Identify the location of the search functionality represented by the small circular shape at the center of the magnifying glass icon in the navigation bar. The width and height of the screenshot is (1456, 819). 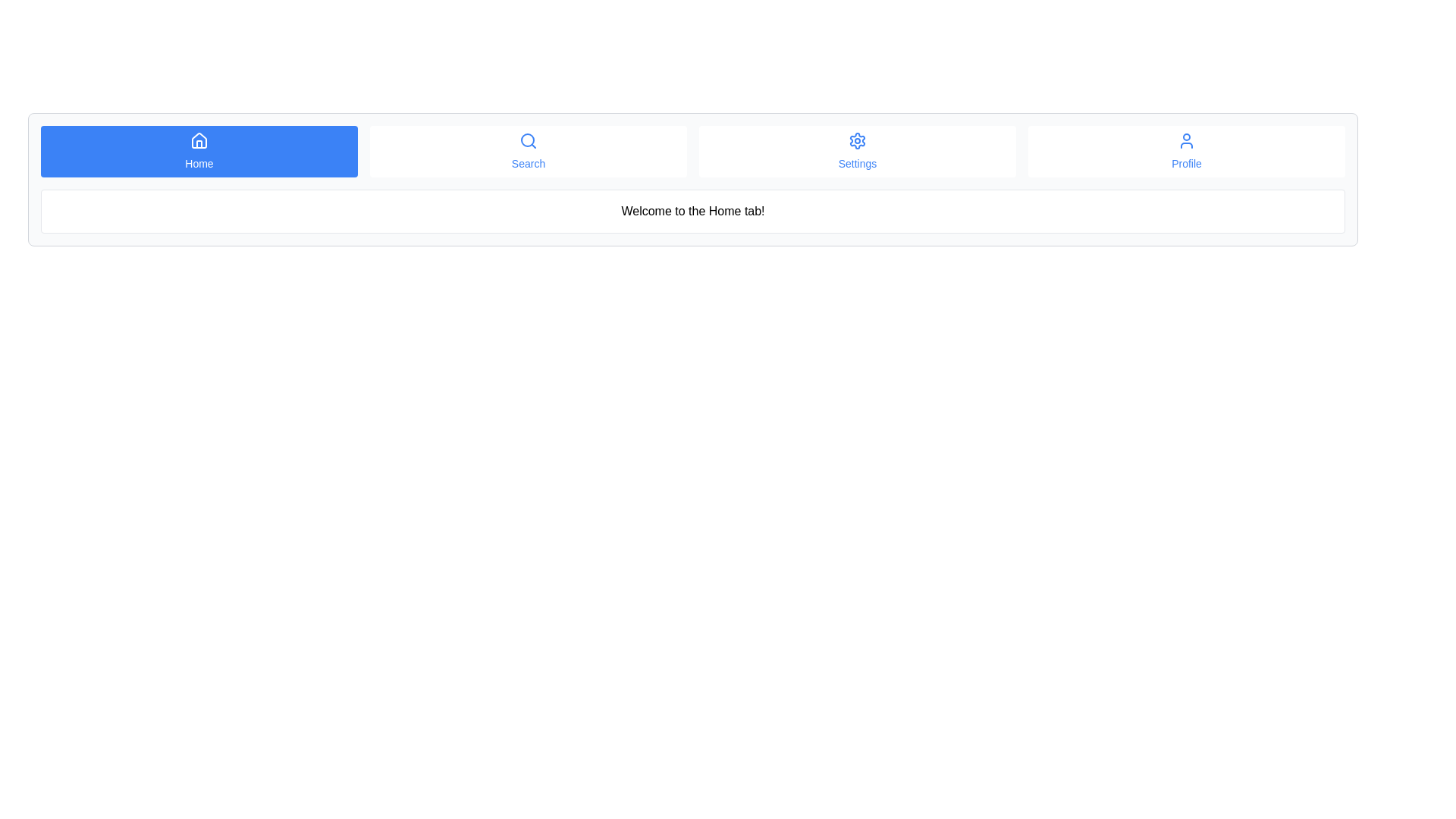
(528, 140).